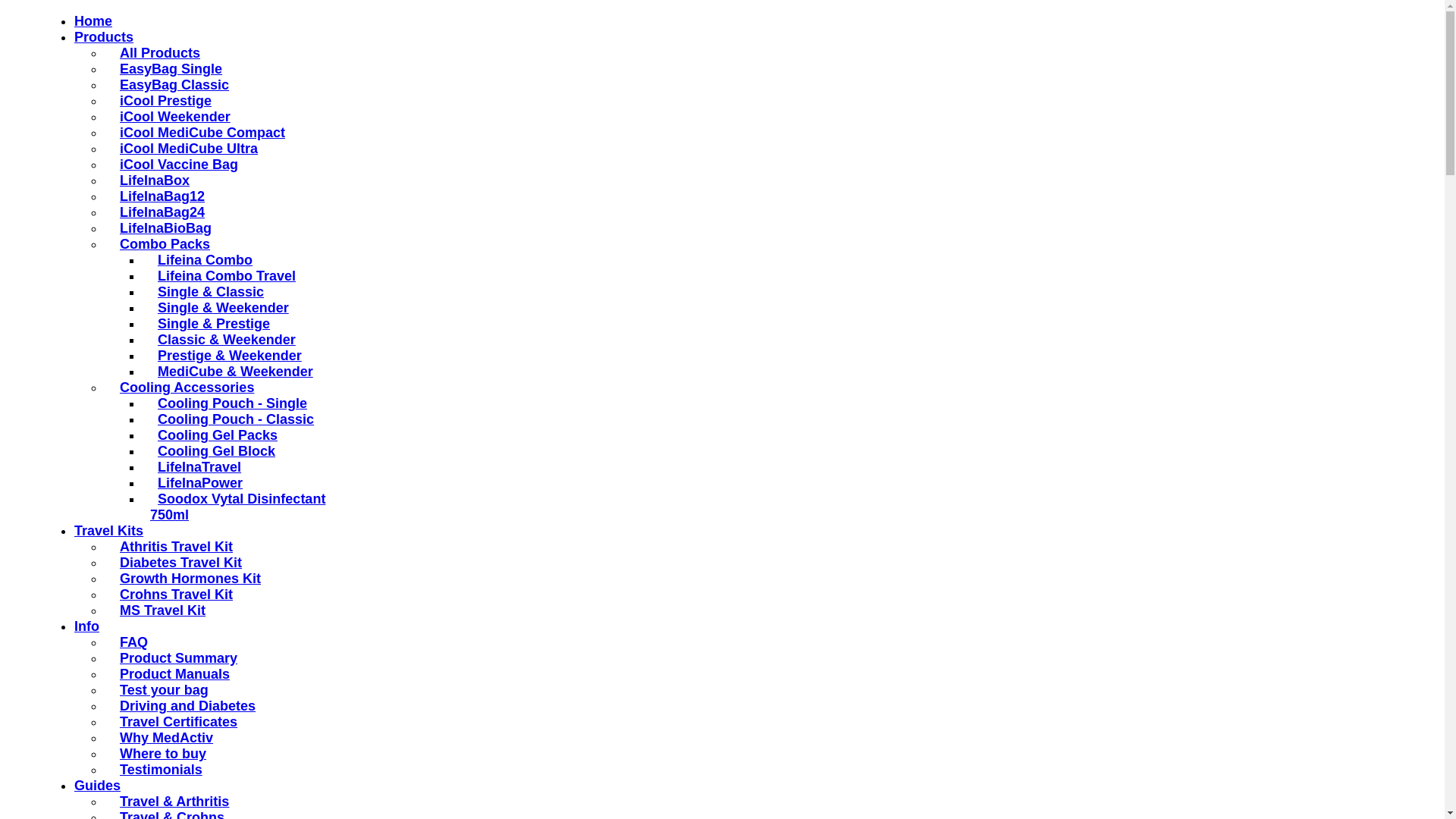 The image size is (1456, 819). What do you see at coordinates (212, 450) in the screenshot?
I see `'Cooling Gel Block'` at bounding box center [212, 450].